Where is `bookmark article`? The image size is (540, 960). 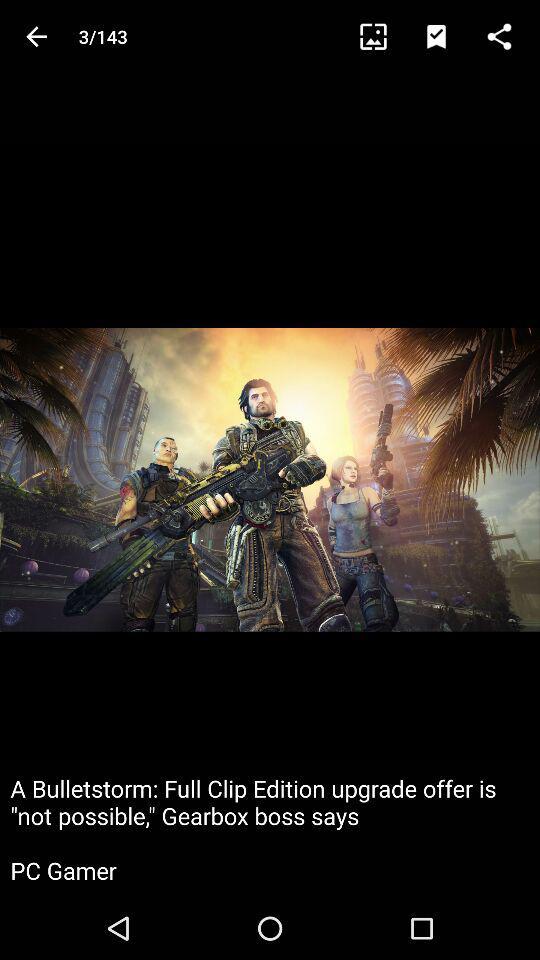
bookmark article is located at coordinates (445, 35).